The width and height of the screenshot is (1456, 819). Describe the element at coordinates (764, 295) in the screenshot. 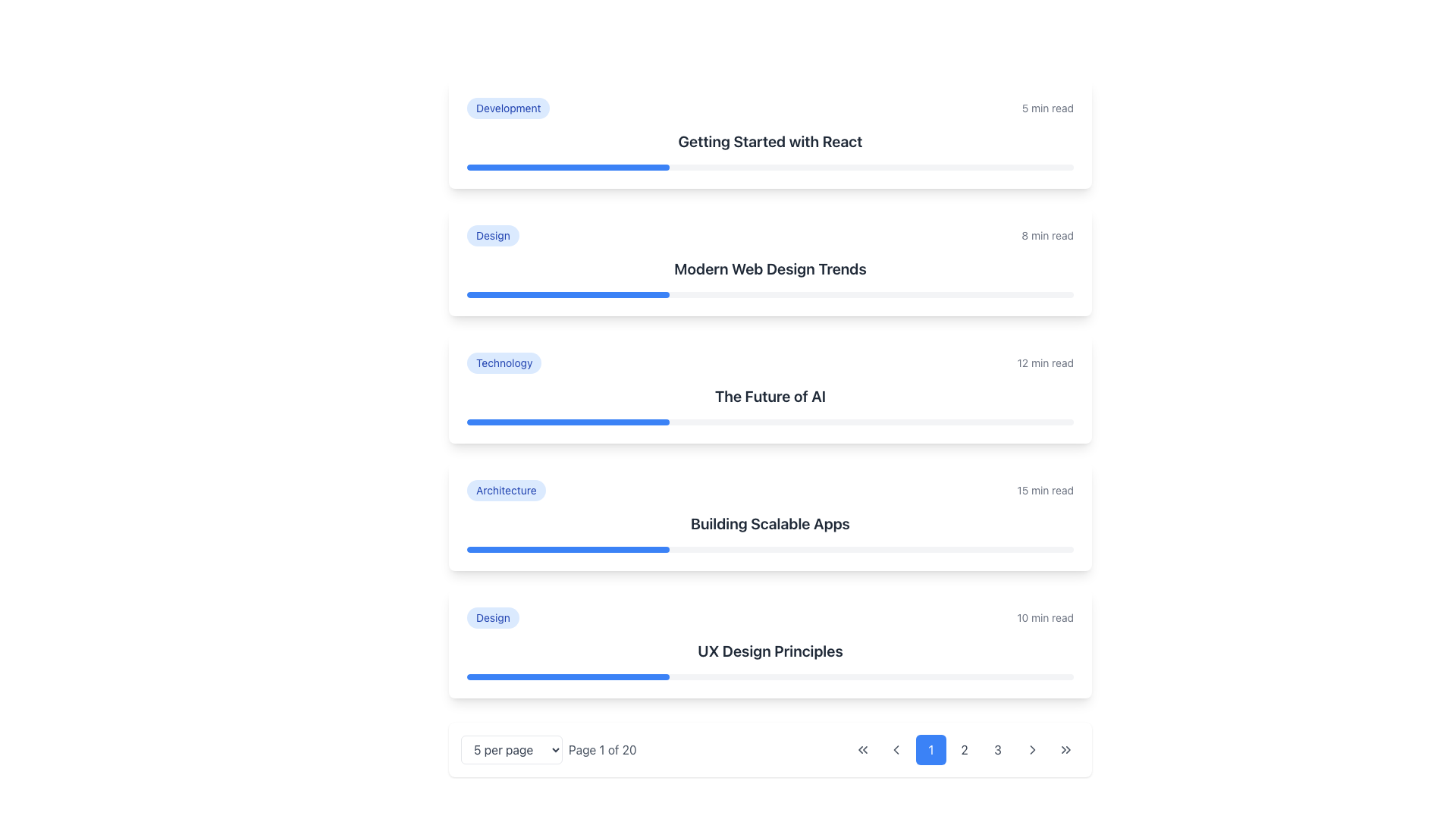

I see `progress` at that location.